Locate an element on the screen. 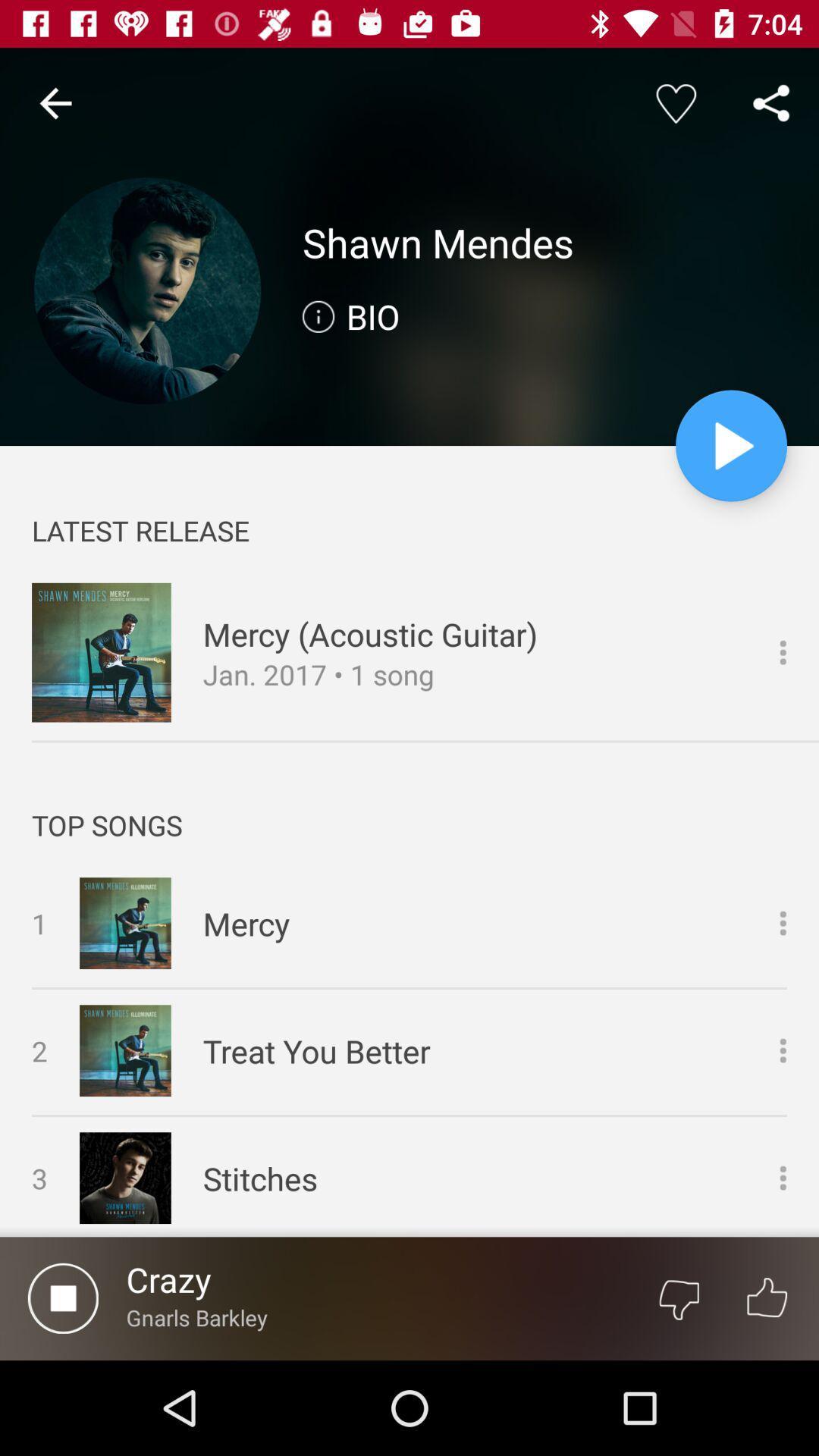 This screenshot has width=819, height=1456. the image which is left to mercy is located at coordinates (124, 922).